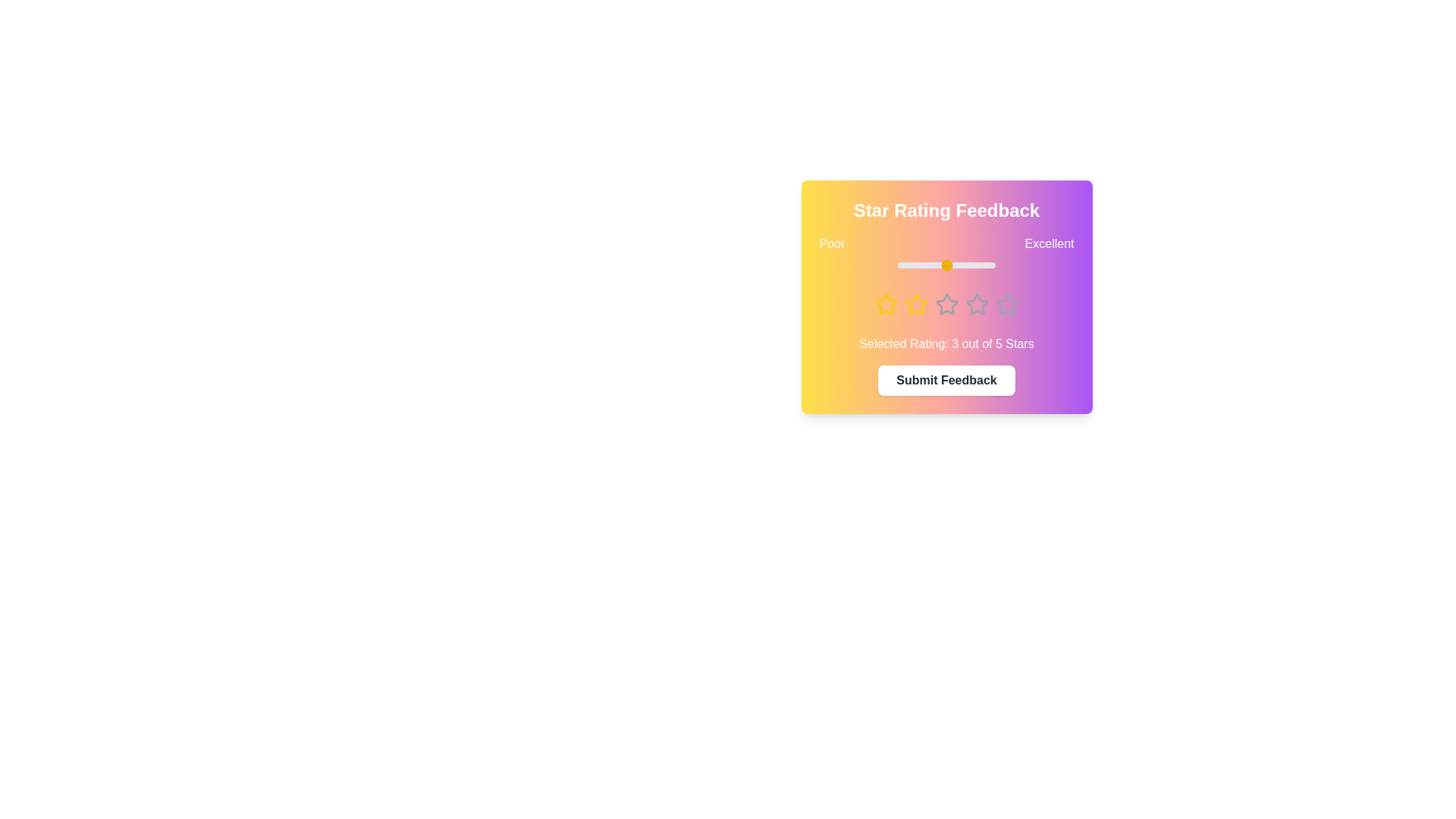 Image resolution: width=1456 pixels, height=819 pixels. I want to click on the slider to set the rating value to 81, so click(977, 265).